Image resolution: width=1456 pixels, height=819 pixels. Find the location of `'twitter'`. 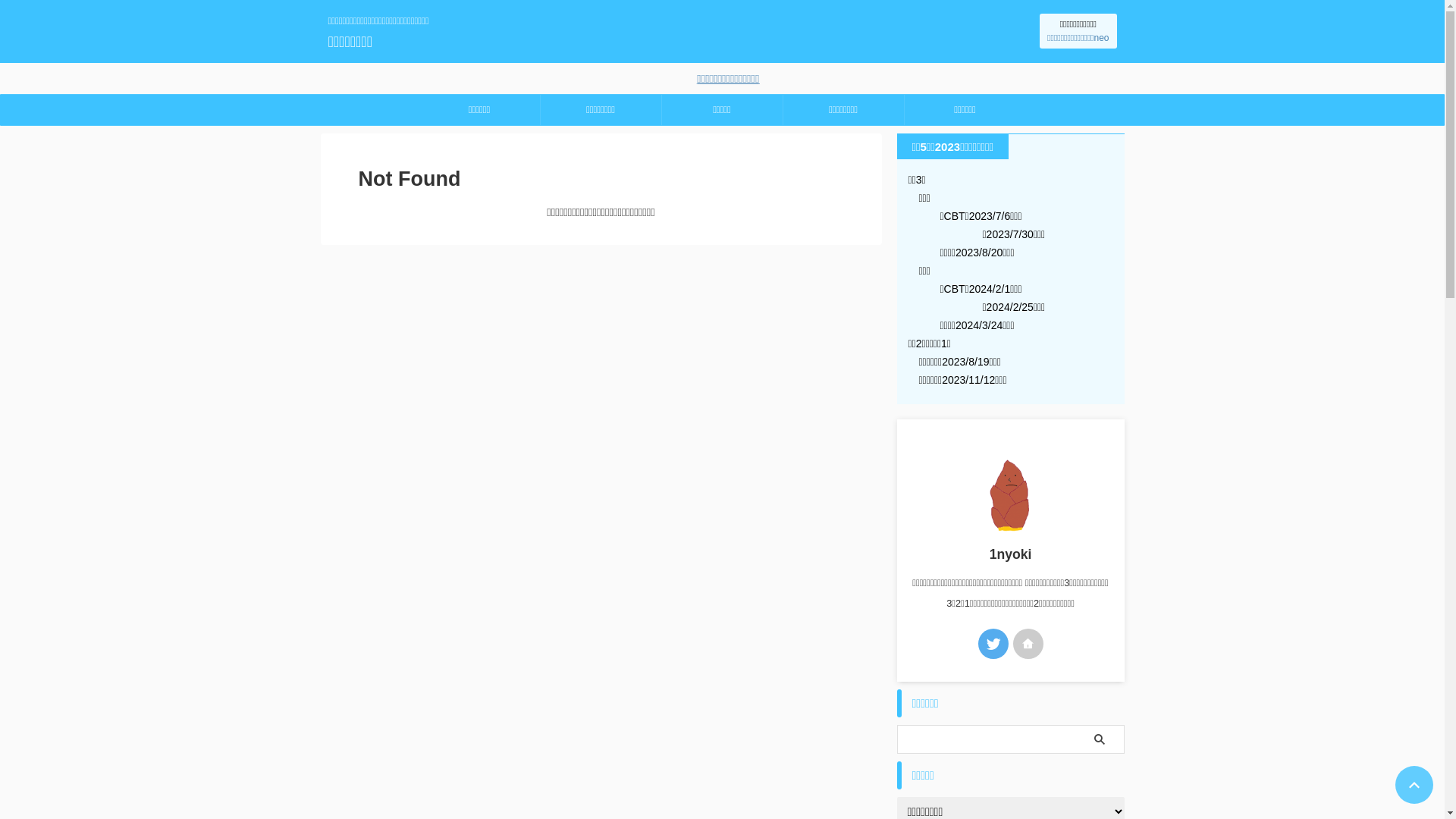

'twitter' is located at coordinates (993, 643).